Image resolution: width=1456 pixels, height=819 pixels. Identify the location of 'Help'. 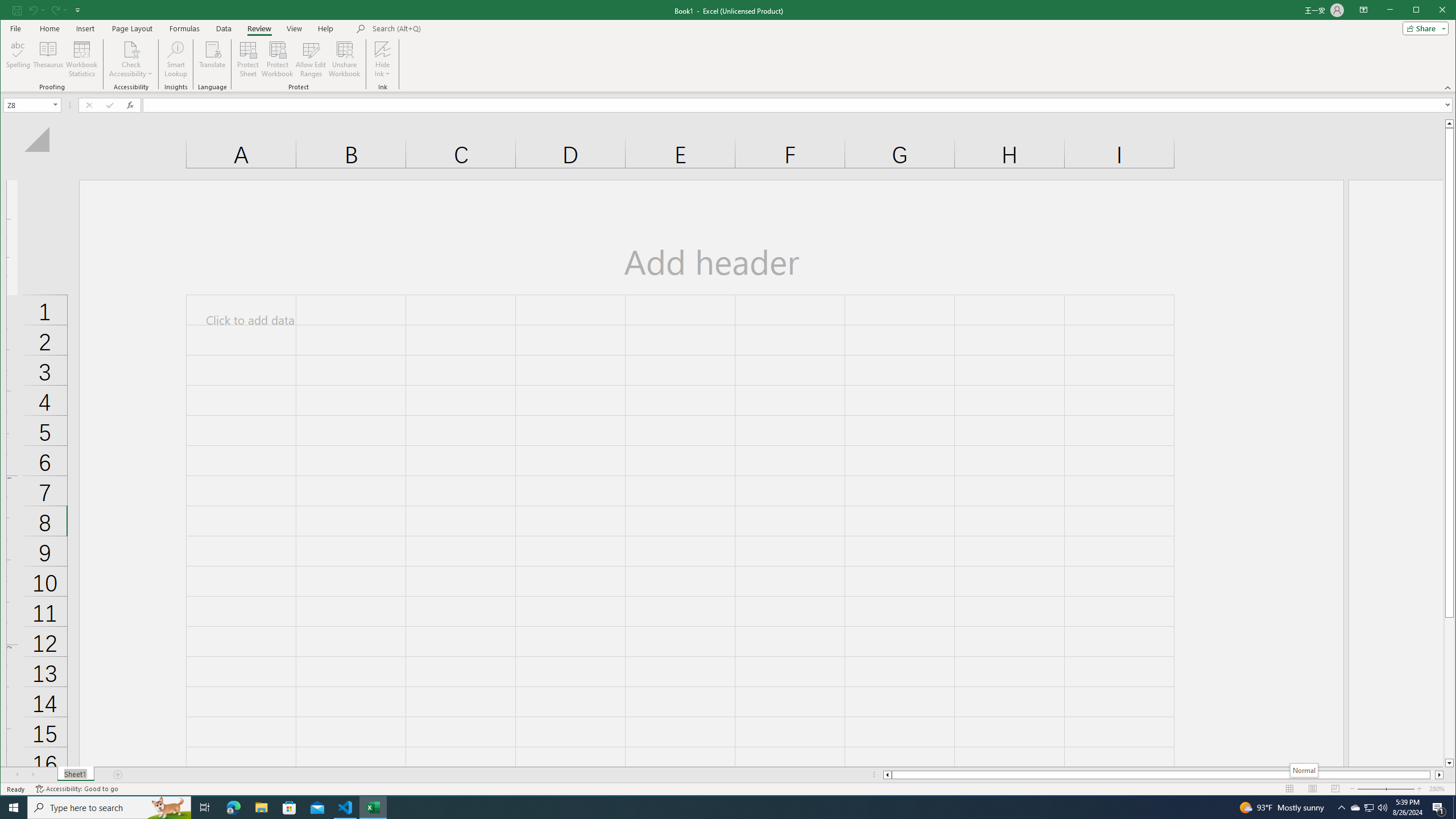
(325, 28).